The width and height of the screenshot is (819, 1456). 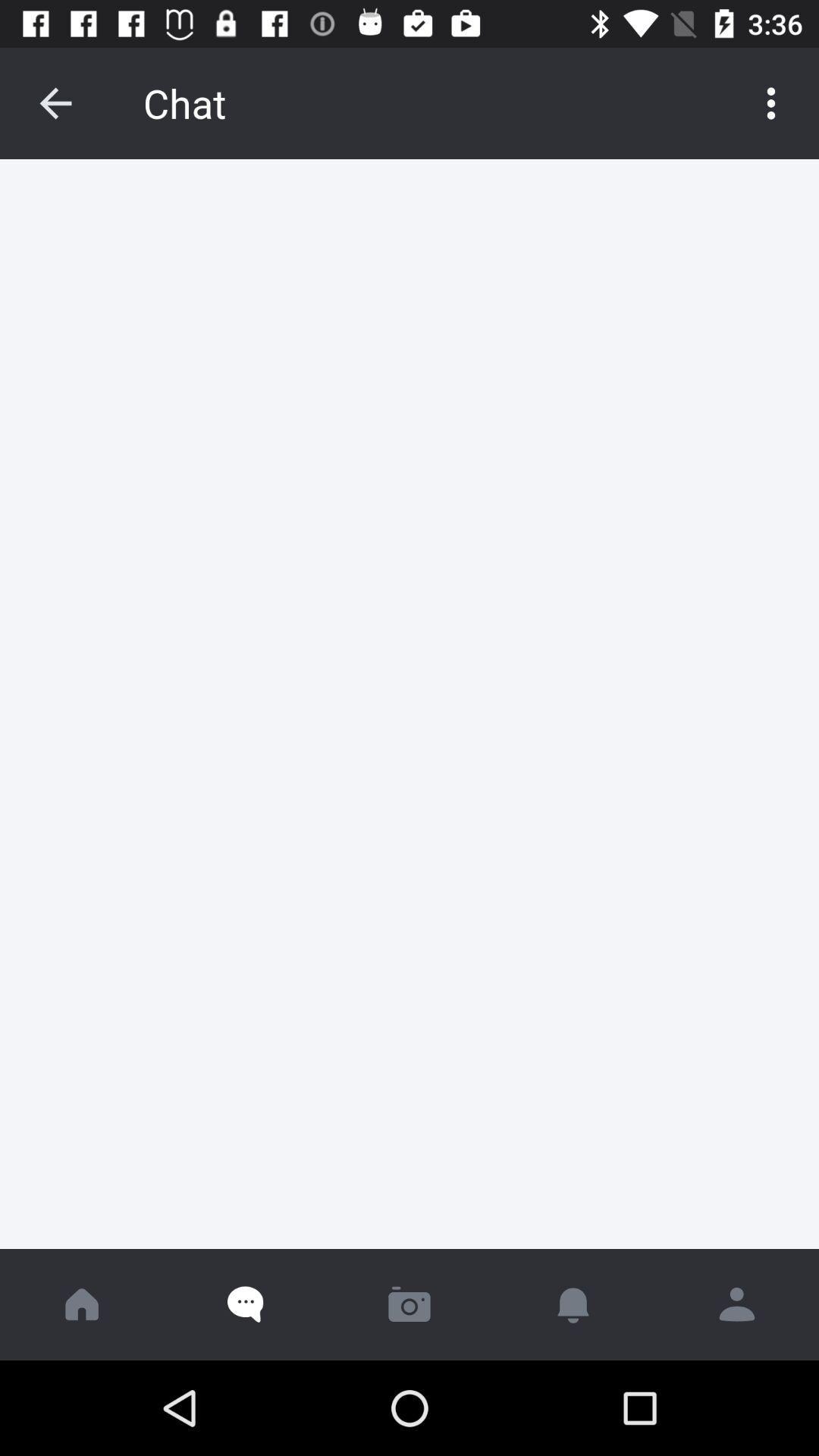 What do you see at coordinates (771, 102) in the screenshot?
I see `the icon to the right of the chat item` at bounding box center [771, 102].